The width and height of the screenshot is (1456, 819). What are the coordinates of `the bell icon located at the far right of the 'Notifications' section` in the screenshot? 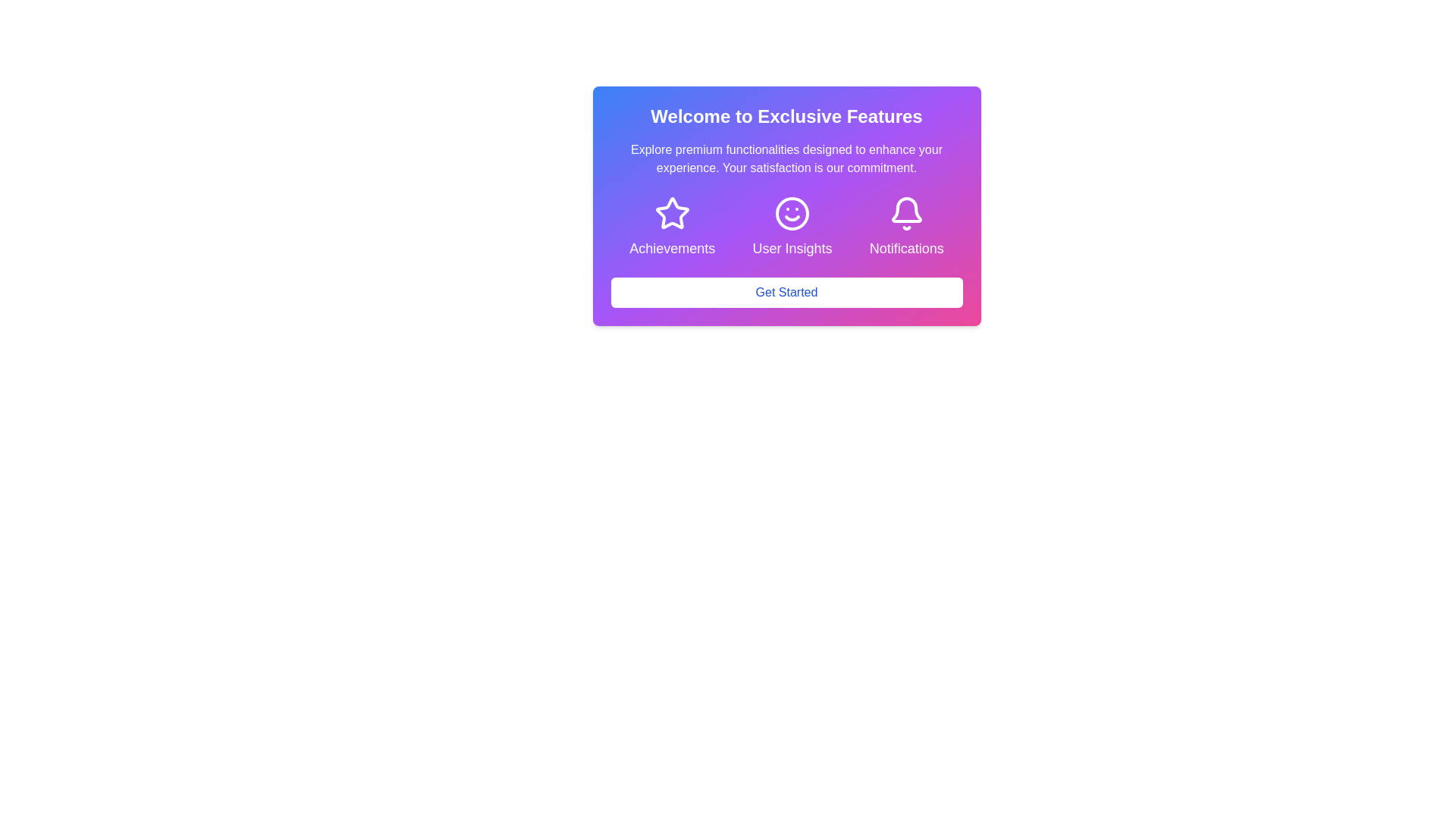 It's located at (906, 213).